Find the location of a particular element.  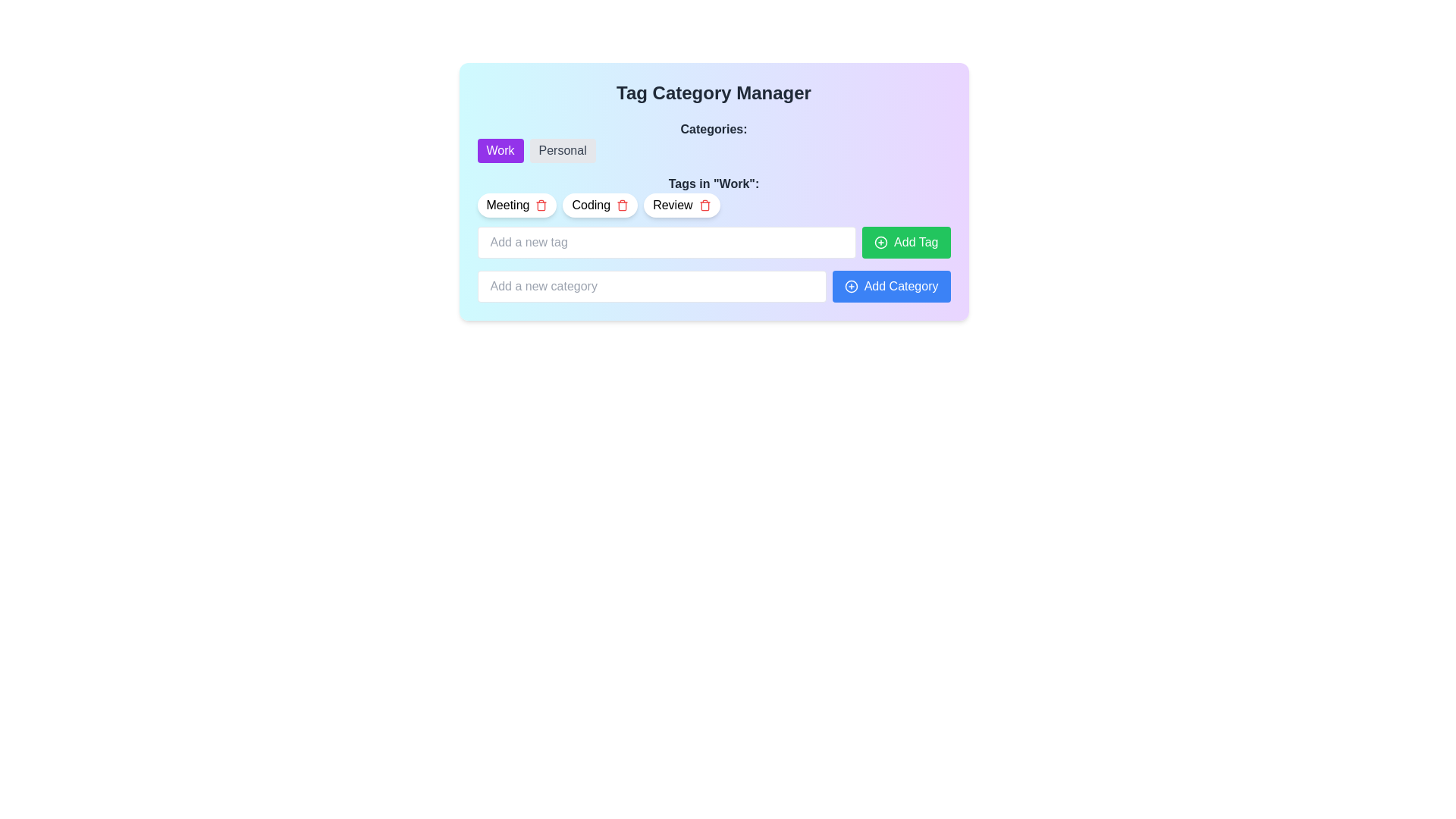

the rectangular button with a blue background and white text reading 'Add Category' is located at coordinates (891, 287).